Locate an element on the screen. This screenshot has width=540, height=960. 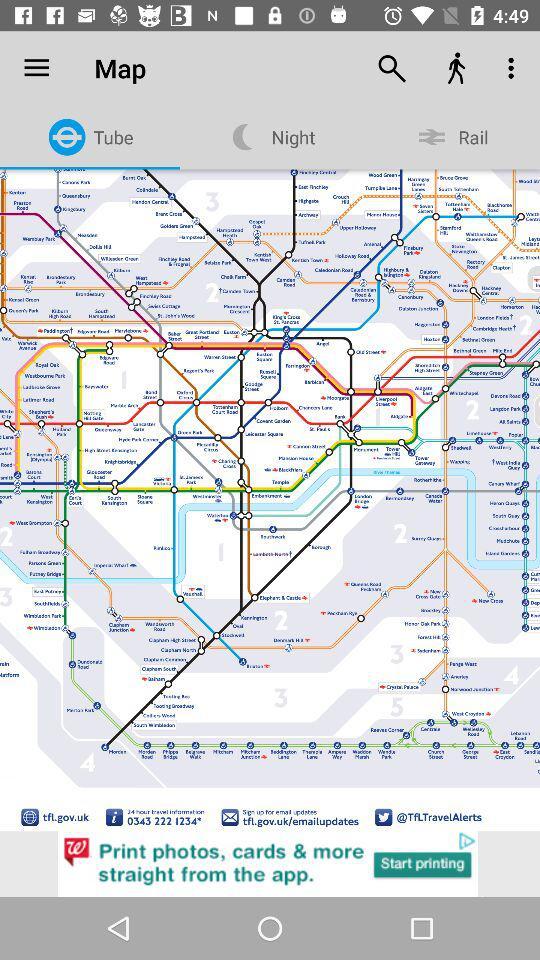
item below map icon is located at coordinates (270, 462).